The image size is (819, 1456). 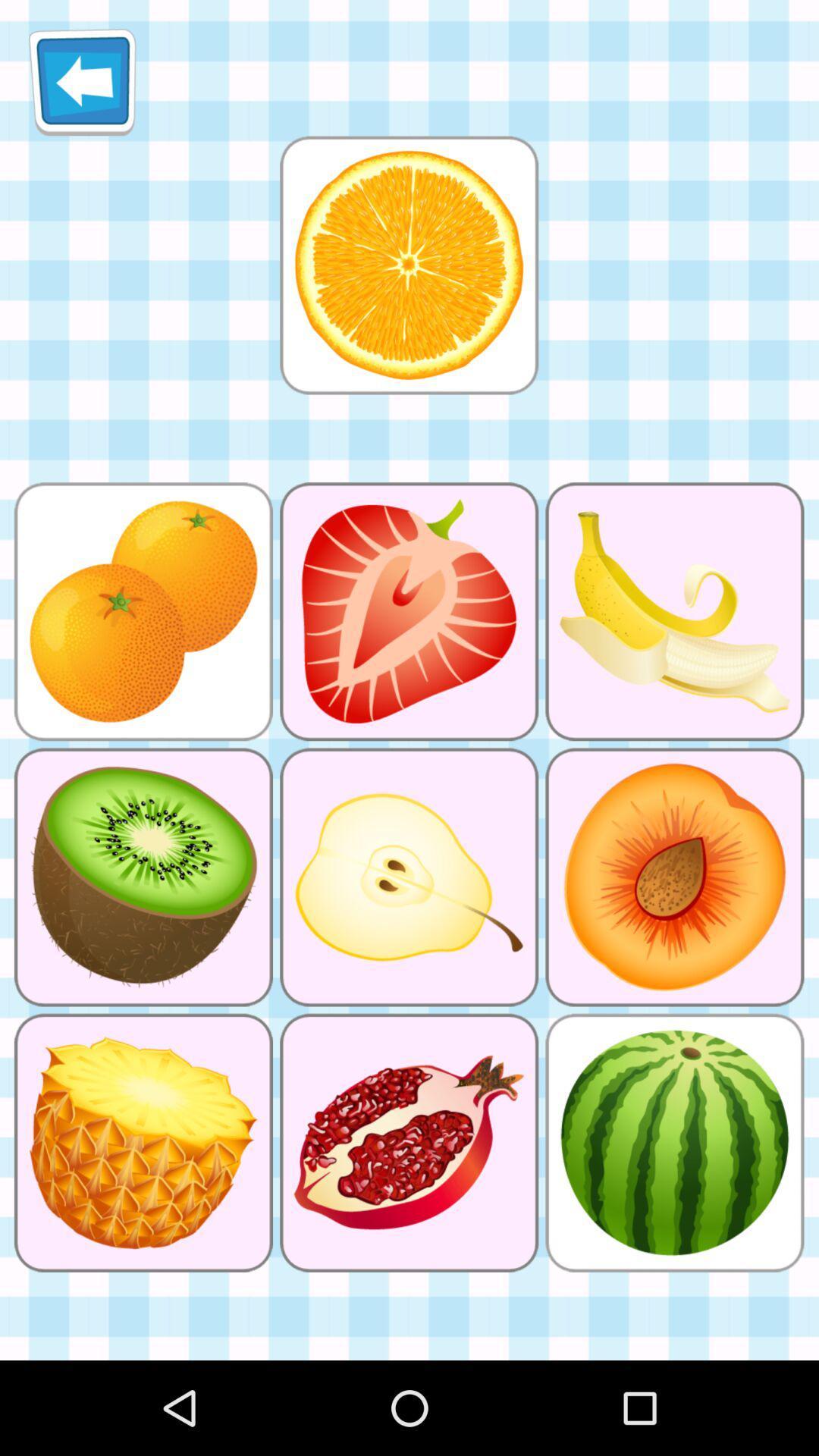 What do you see at coordinates (82, 81) in the screenshot?
I see `the item at the top left corner` at bounding box center [82, 81].